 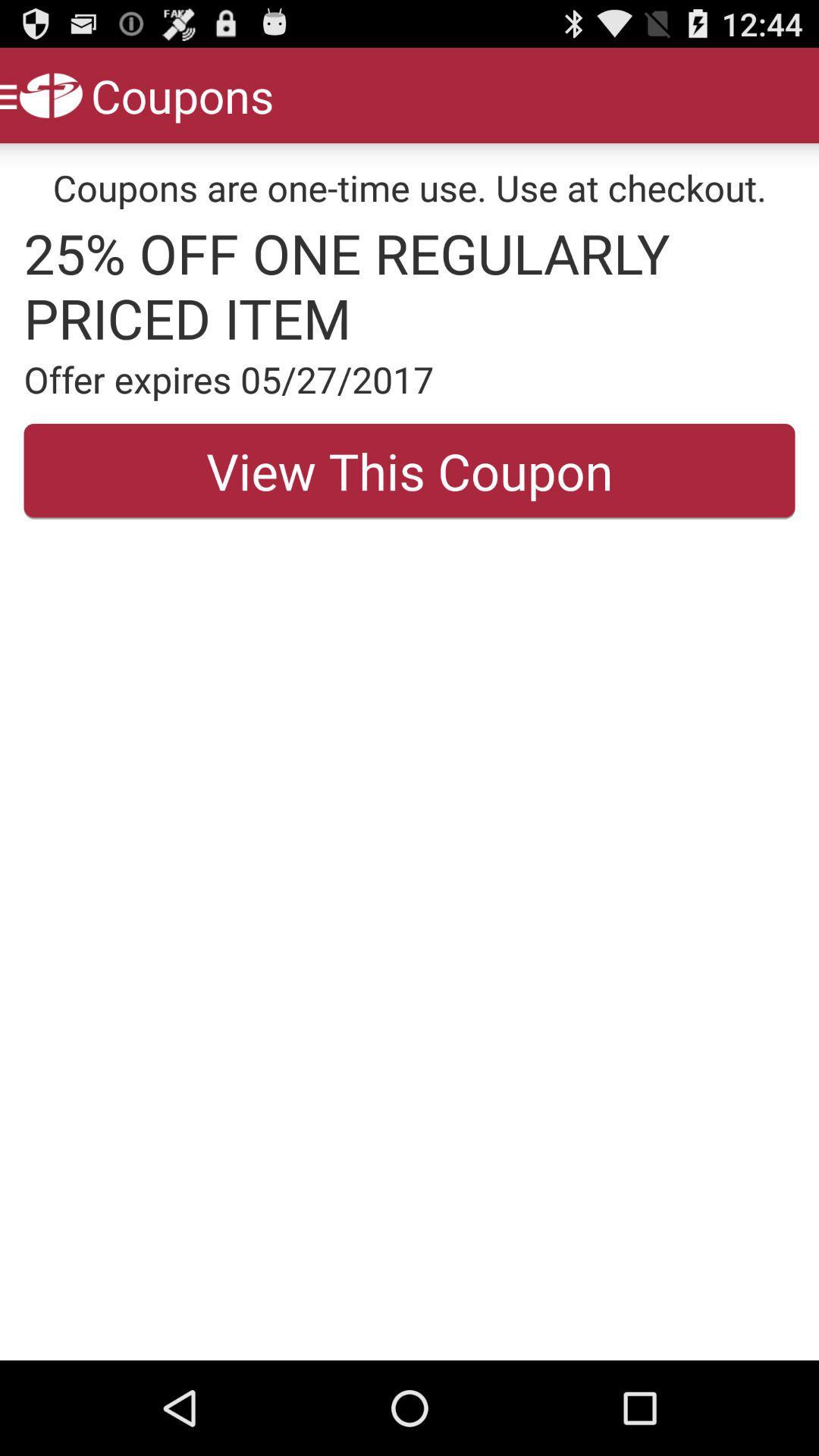 I want to click on the view this coupon icon, so click(x=409, y=470).